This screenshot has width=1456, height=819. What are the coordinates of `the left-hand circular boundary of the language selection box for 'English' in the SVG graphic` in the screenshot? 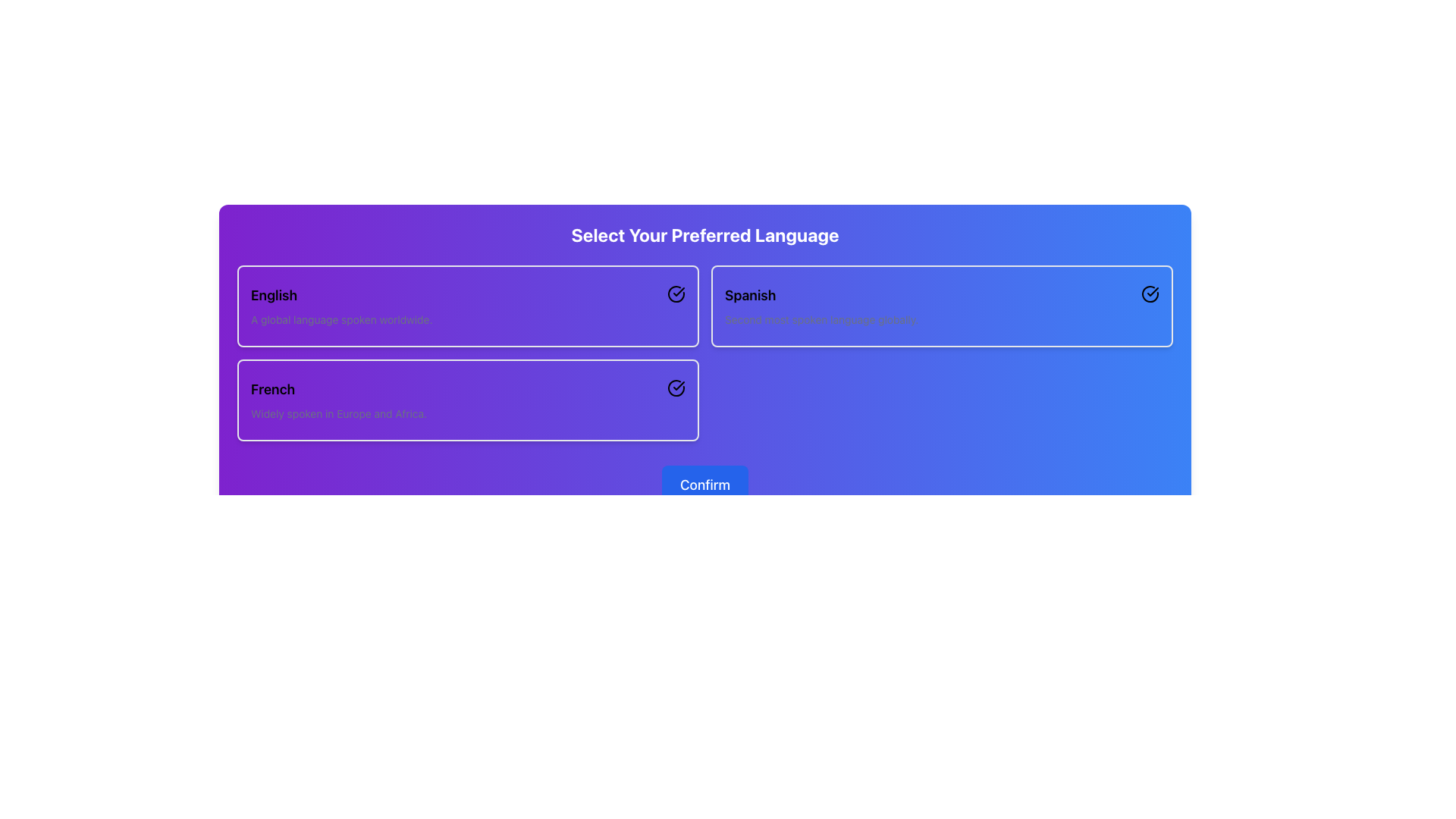 It's located at (676, 294).